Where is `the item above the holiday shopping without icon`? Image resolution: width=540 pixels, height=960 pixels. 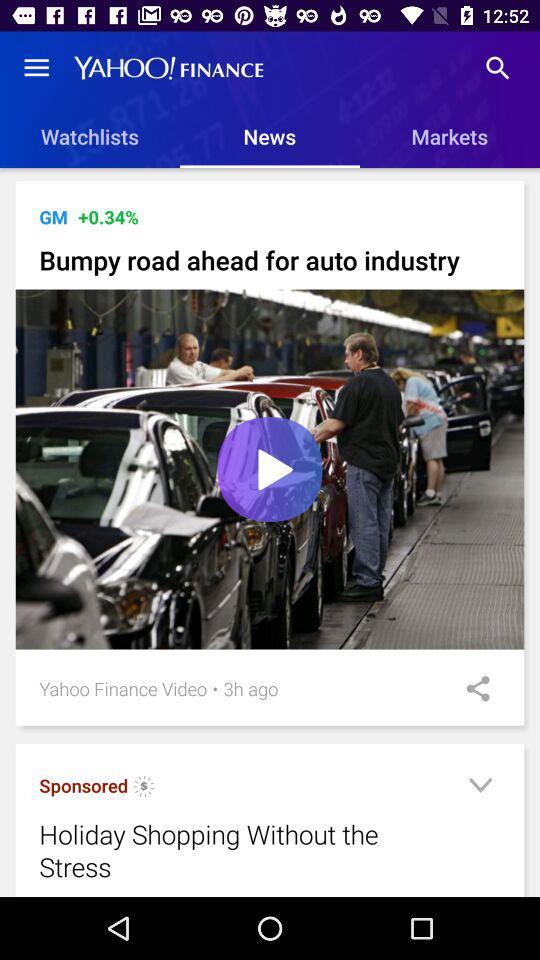 the item above the holiday shopping without icon is located at coordinates (214, 688).